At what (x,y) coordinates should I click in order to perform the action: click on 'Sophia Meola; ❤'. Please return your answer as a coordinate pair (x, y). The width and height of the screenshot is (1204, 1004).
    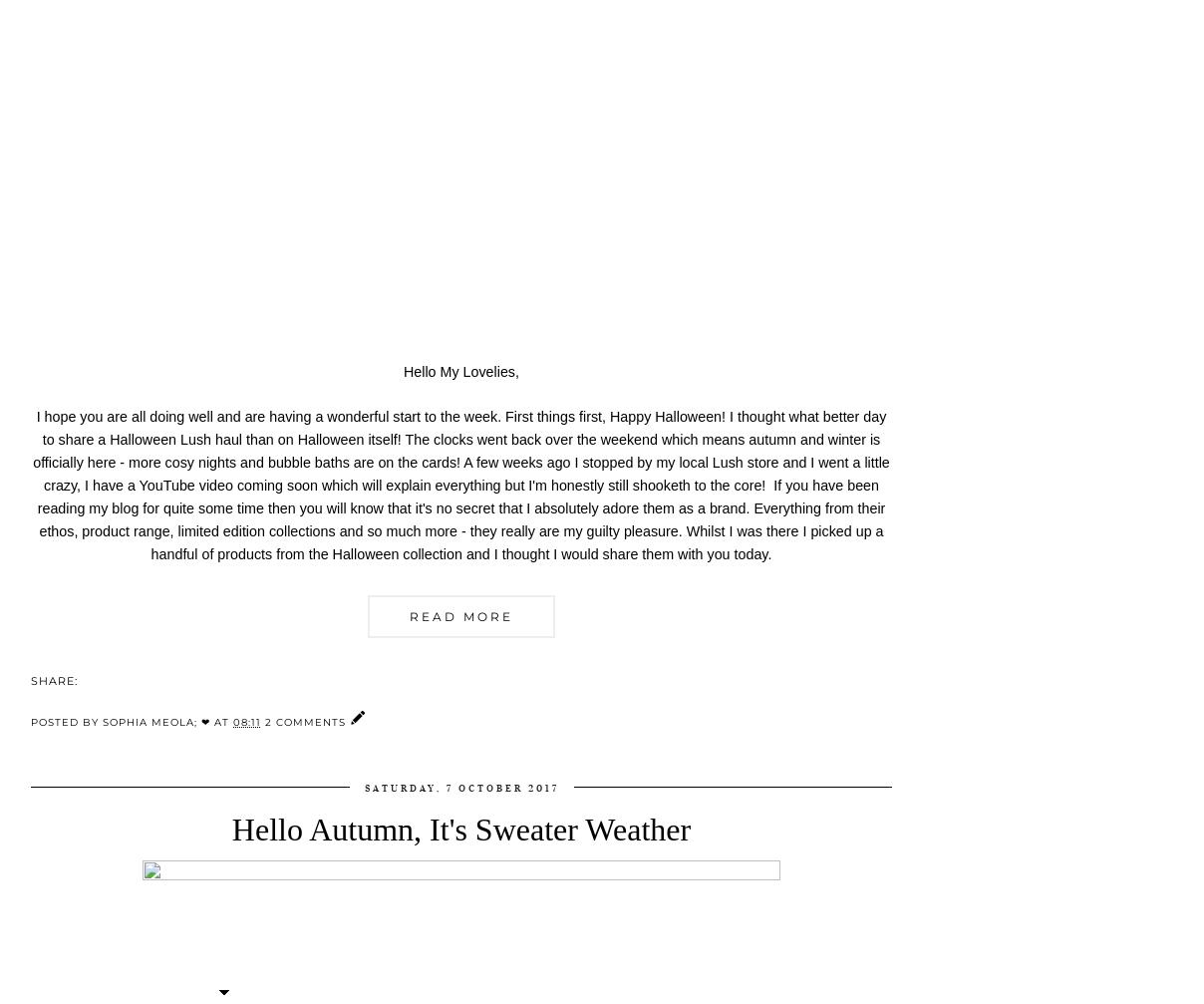
    Looking at the image, I should click on (156, 721).